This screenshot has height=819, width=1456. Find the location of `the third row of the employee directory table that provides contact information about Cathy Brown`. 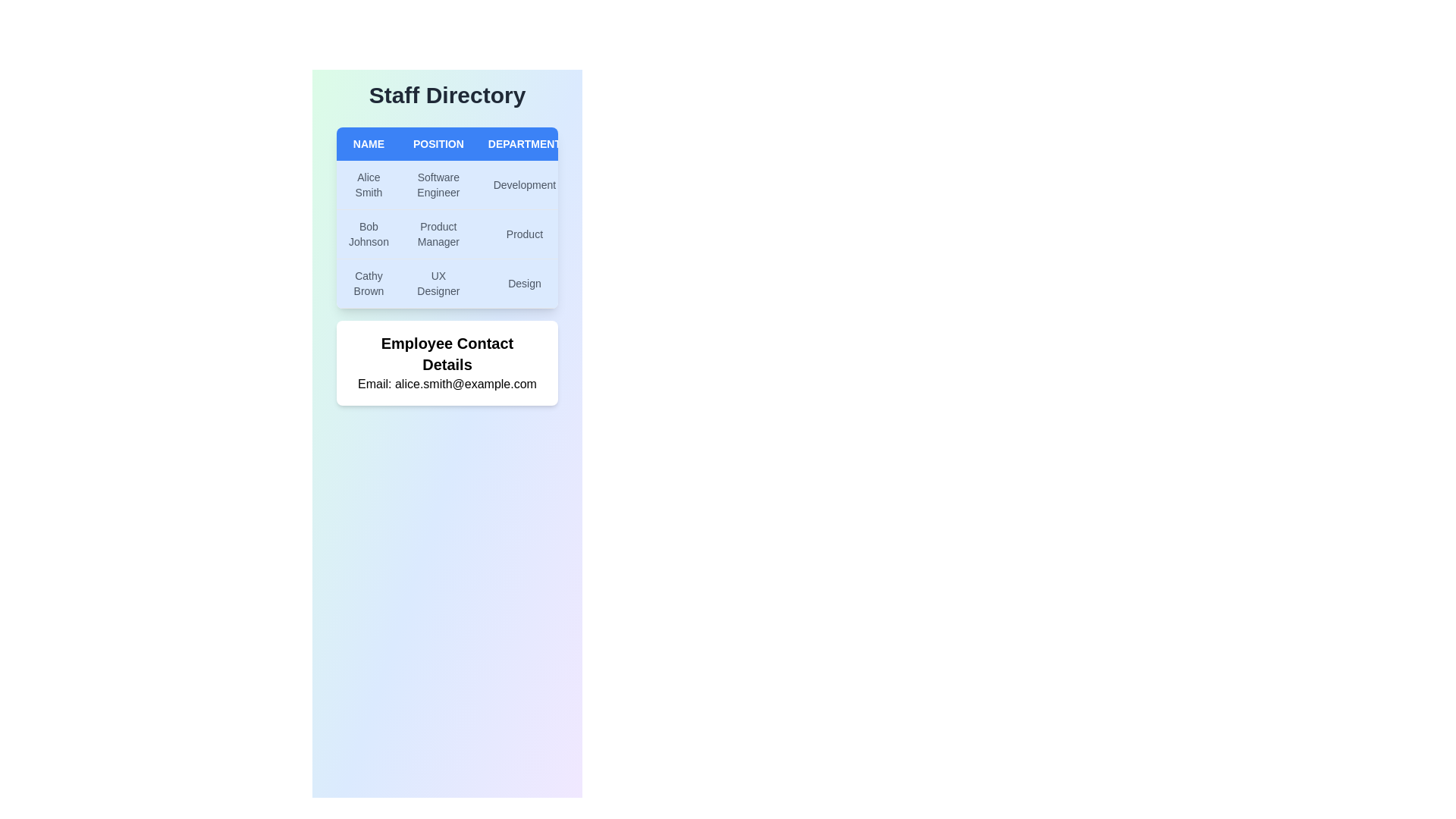

the third row of the employee directory table that provides contact information about Cathy Brown is located at coordinates (491, 284).